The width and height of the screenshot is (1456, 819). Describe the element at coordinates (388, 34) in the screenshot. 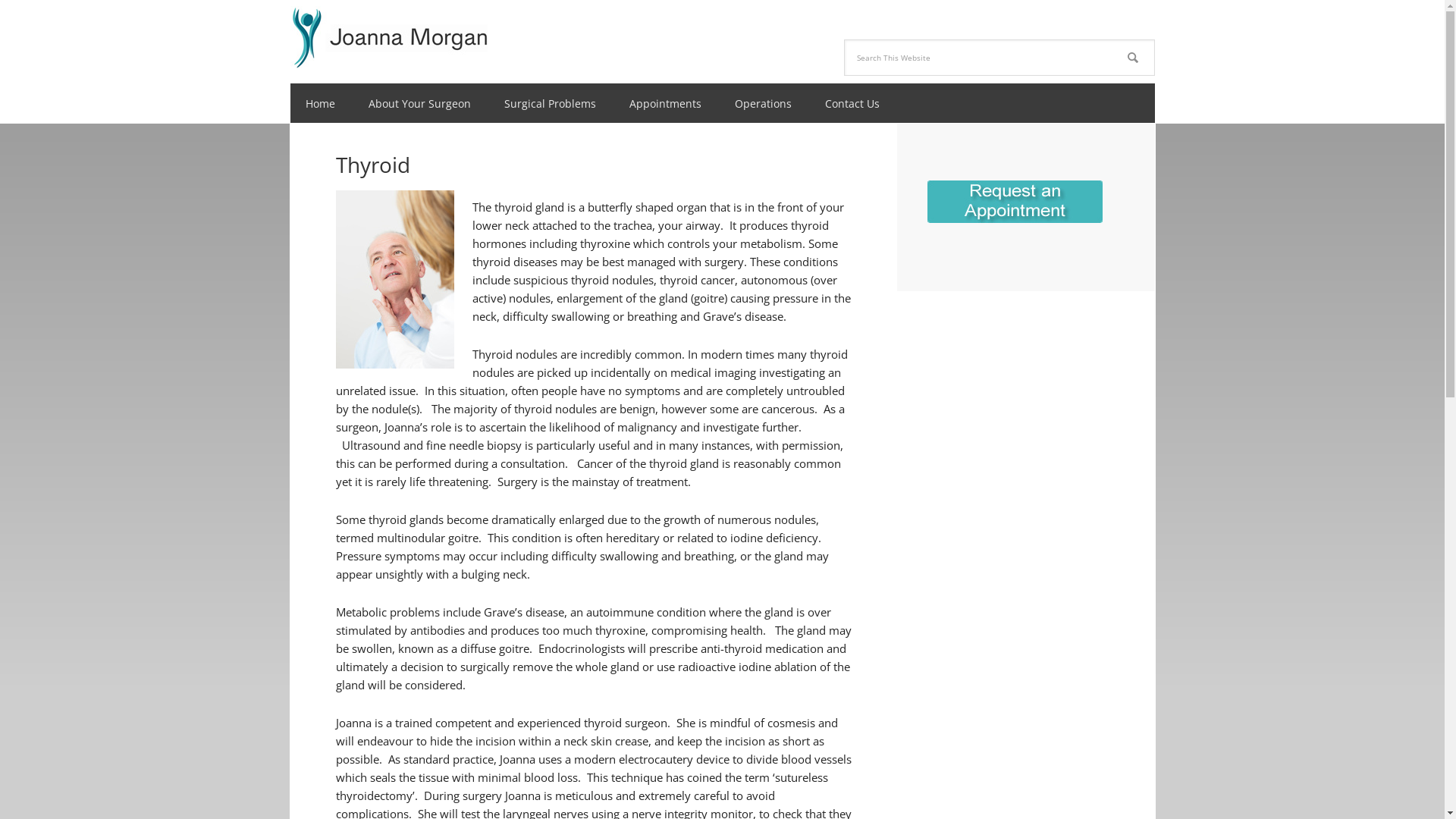

I see `'Dr Joanna Morgan'` at that location.